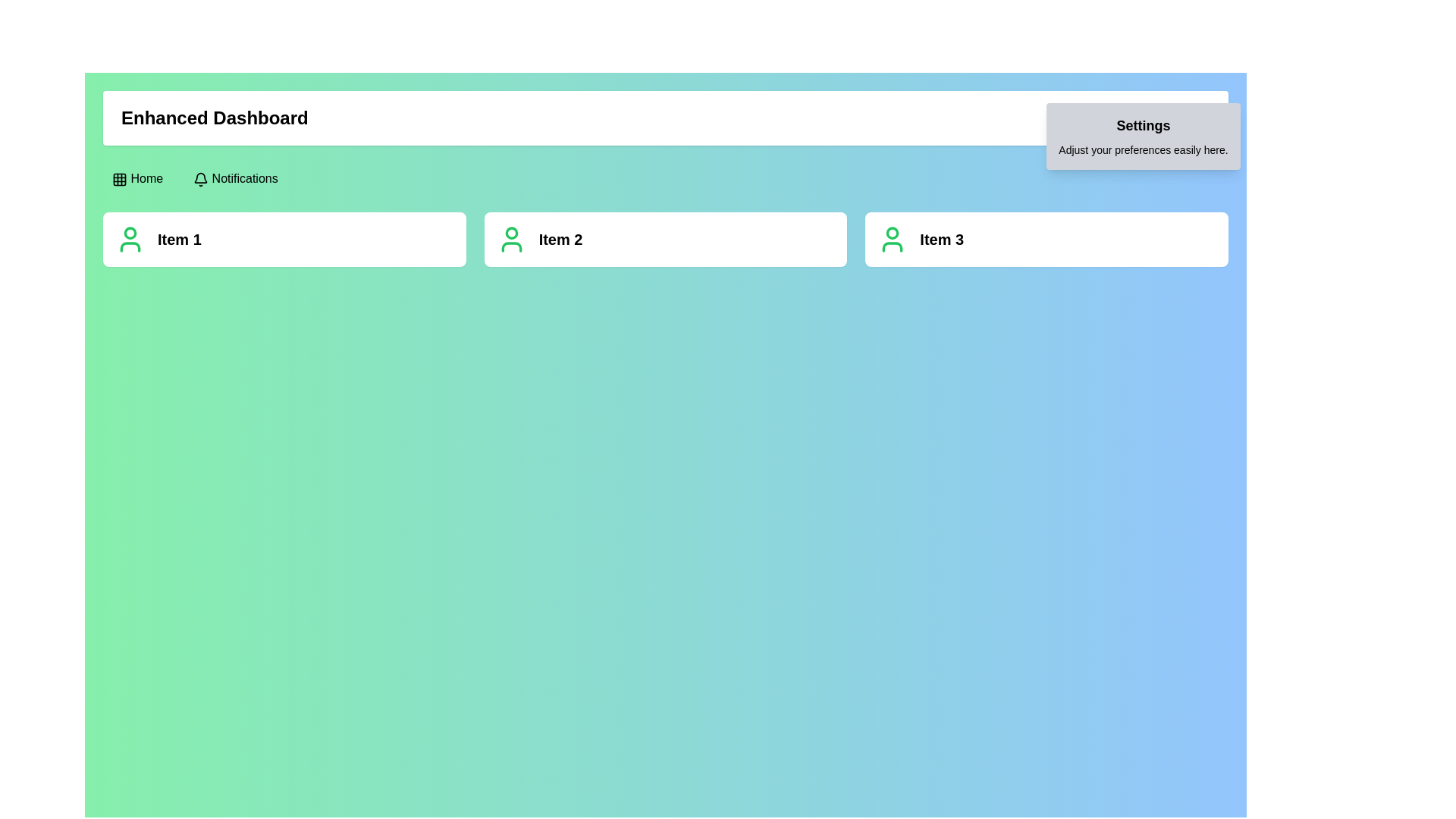 The height and width of the screenshot is (819, 1456). I want to click on the center square grid cell of the 3x3 grid icon located in the top-left corner of the interface, so click(119, 177).